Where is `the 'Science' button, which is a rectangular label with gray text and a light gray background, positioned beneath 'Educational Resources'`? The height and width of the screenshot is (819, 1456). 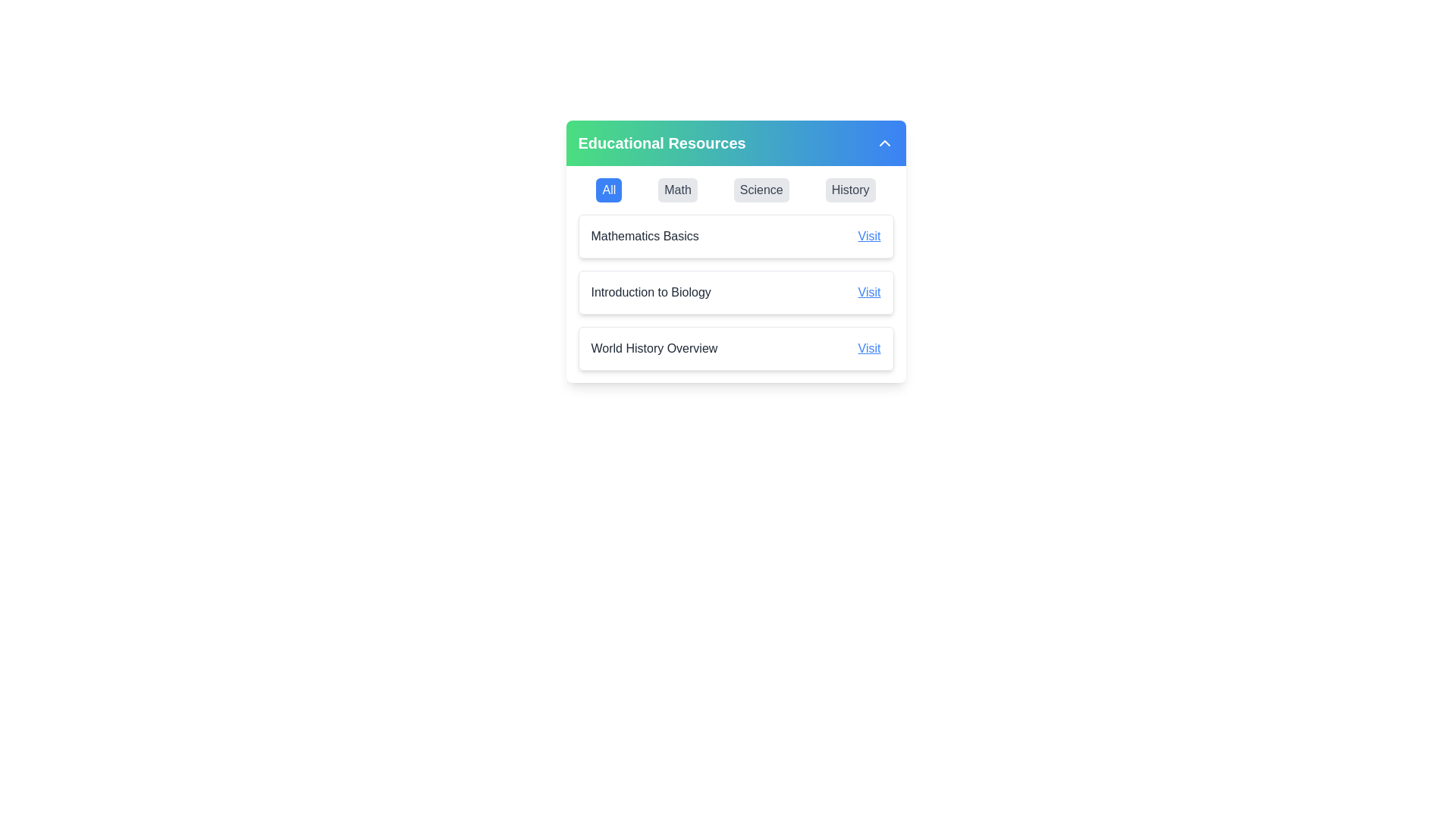 the 'Science' button, which is a rectangular label with gray text and a light gray background, positioned beneath 'Educational Resources' is located at coordinates (761, 189).